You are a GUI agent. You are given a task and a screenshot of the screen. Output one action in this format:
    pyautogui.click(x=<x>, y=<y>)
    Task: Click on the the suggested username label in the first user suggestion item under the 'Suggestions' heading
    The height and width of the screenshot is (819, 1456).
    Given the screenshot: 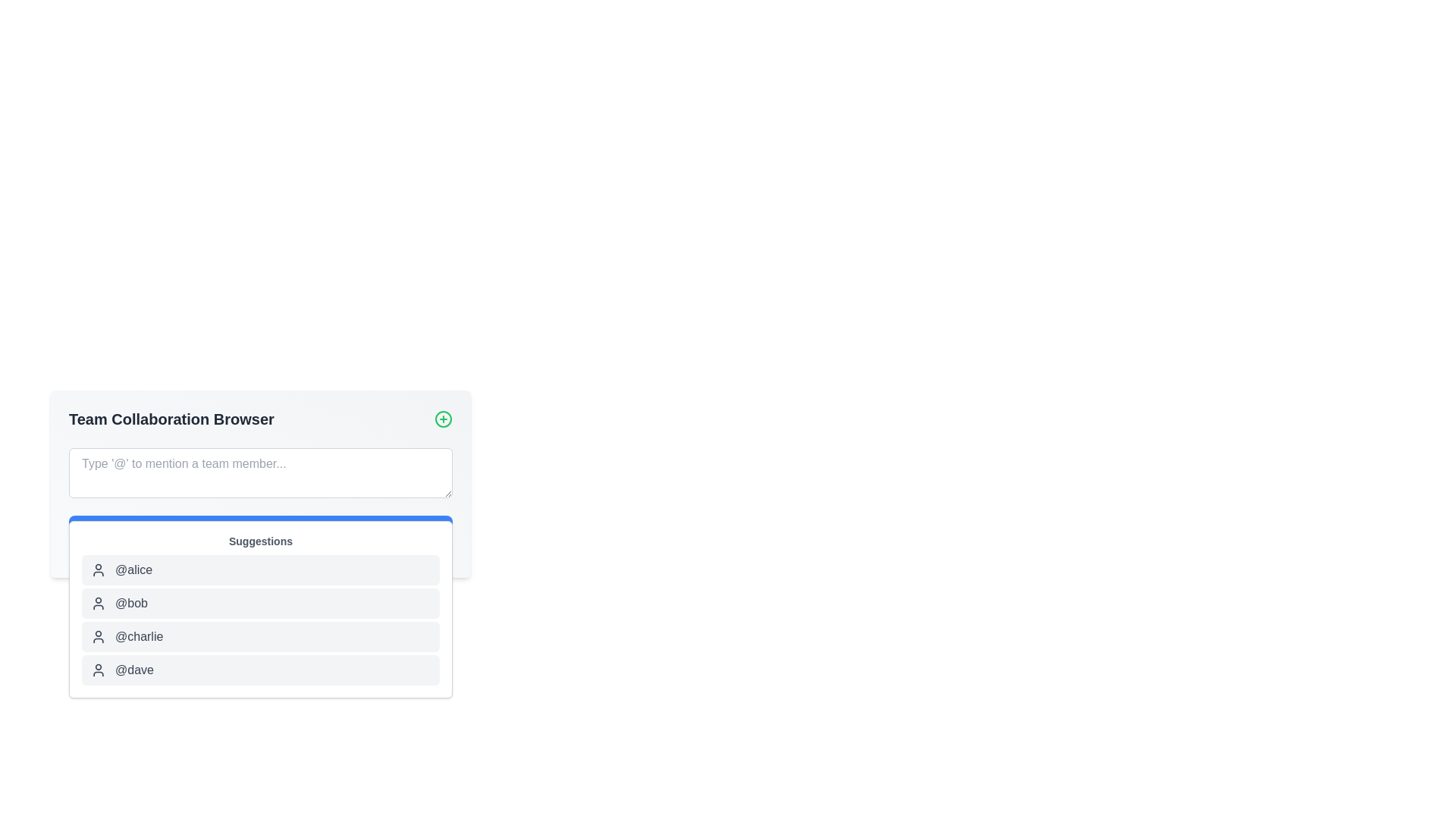 What is the action you would take?
    pyautogui.click(x=133, y=570)
    